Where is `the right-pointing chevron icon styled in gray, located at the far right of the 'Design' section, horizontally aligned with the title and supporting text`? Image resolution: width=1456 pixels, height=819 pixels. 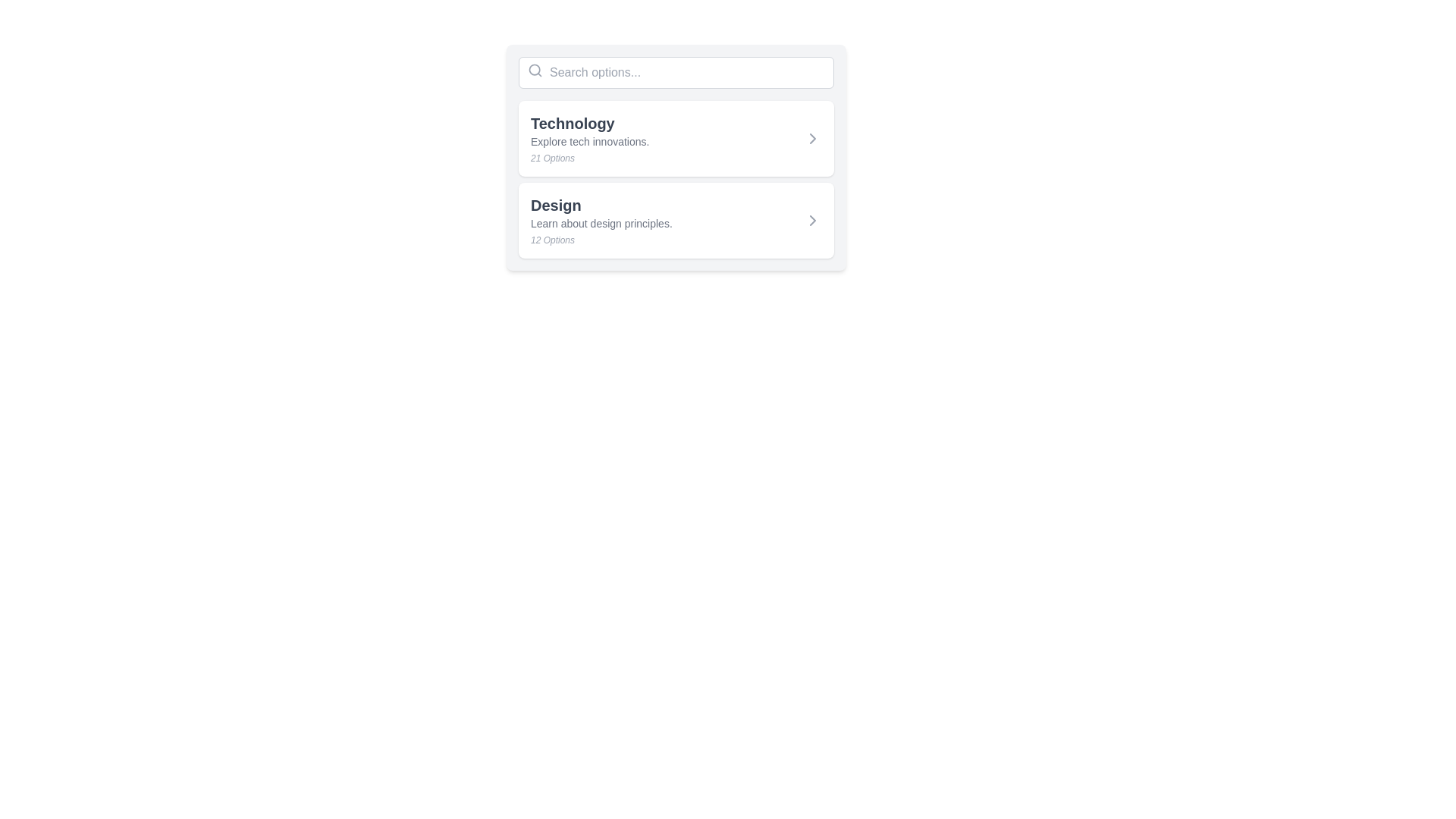
the right-pointing chevron icon styled in gray, located at the far right of the 'Design' section, horizontally aligned with the title and supporting text is located at coordinates (811, 220).